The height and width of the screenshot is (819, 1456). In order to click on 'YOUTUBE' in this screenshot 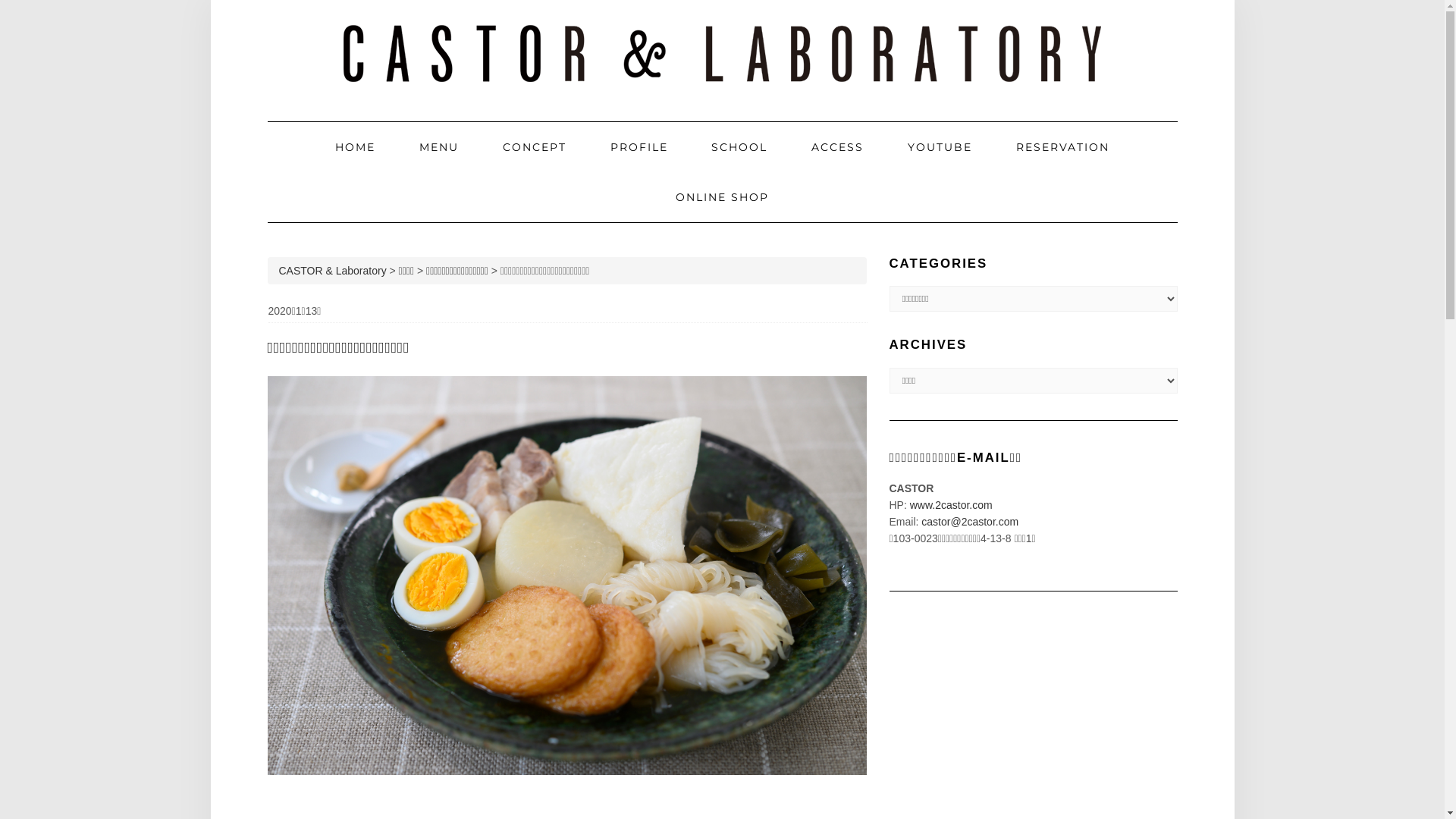, I will do `click(939, 146)`.